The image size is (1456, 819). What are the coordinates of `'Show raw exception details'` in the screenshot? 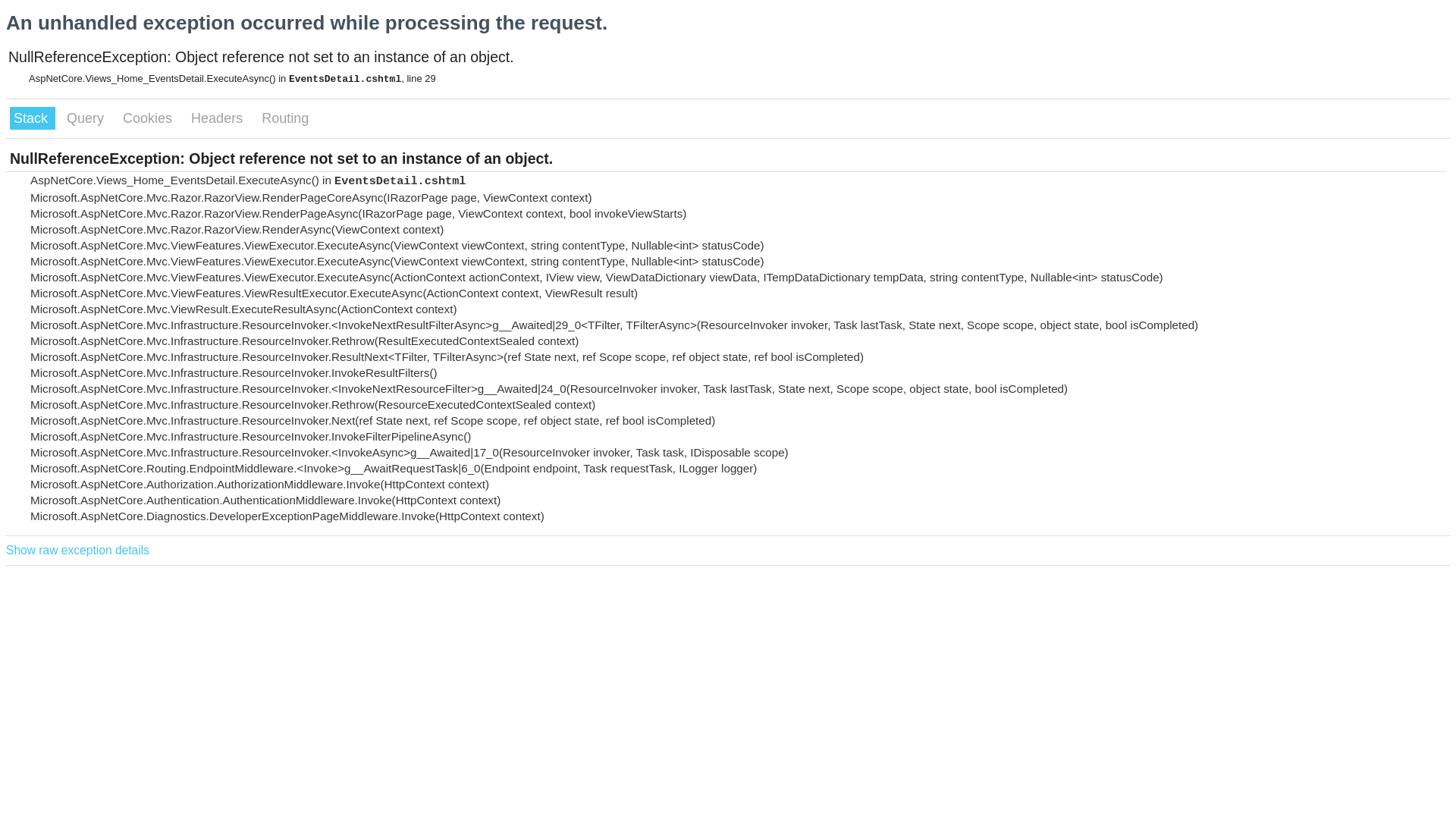 It's located at (77, 550).